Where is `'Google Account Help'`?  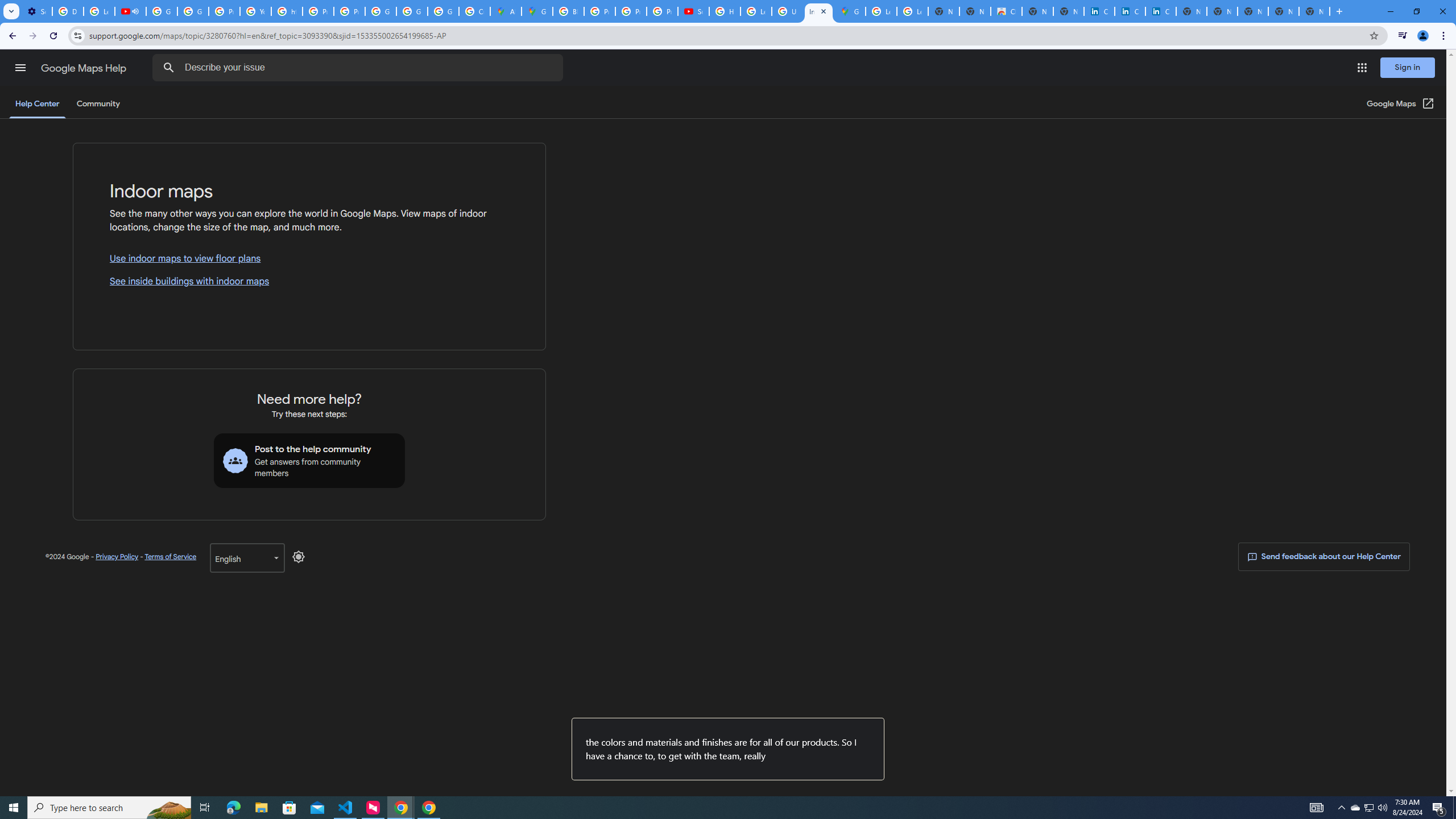
'Google Account Help' is located at coordinates (162, 11).